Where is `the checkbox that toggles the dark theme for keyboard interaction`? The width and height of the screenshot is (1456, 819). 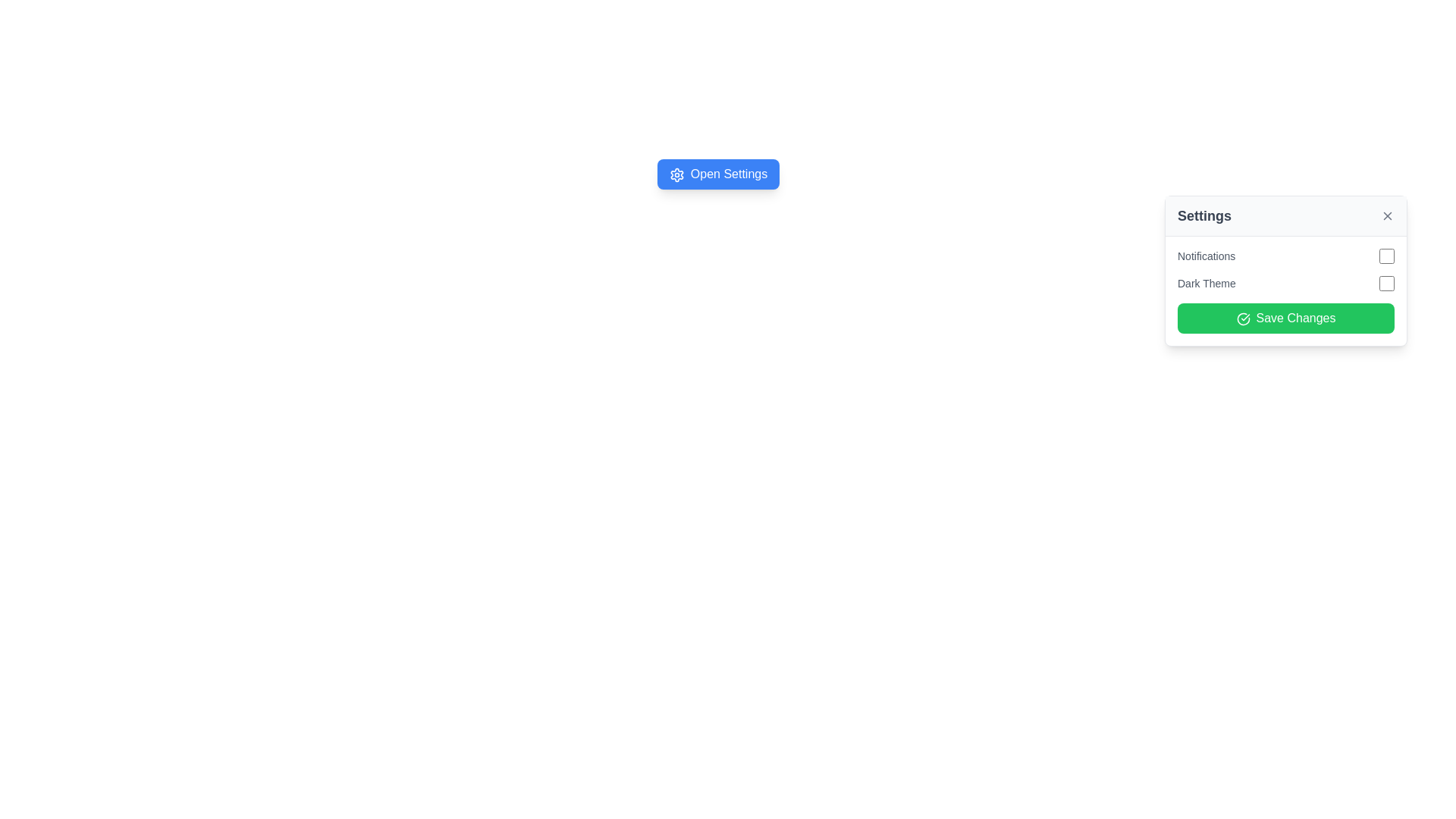 the checkbox that toggles the dark theme for keyboard interaction is located at coordinates (1285, 284).